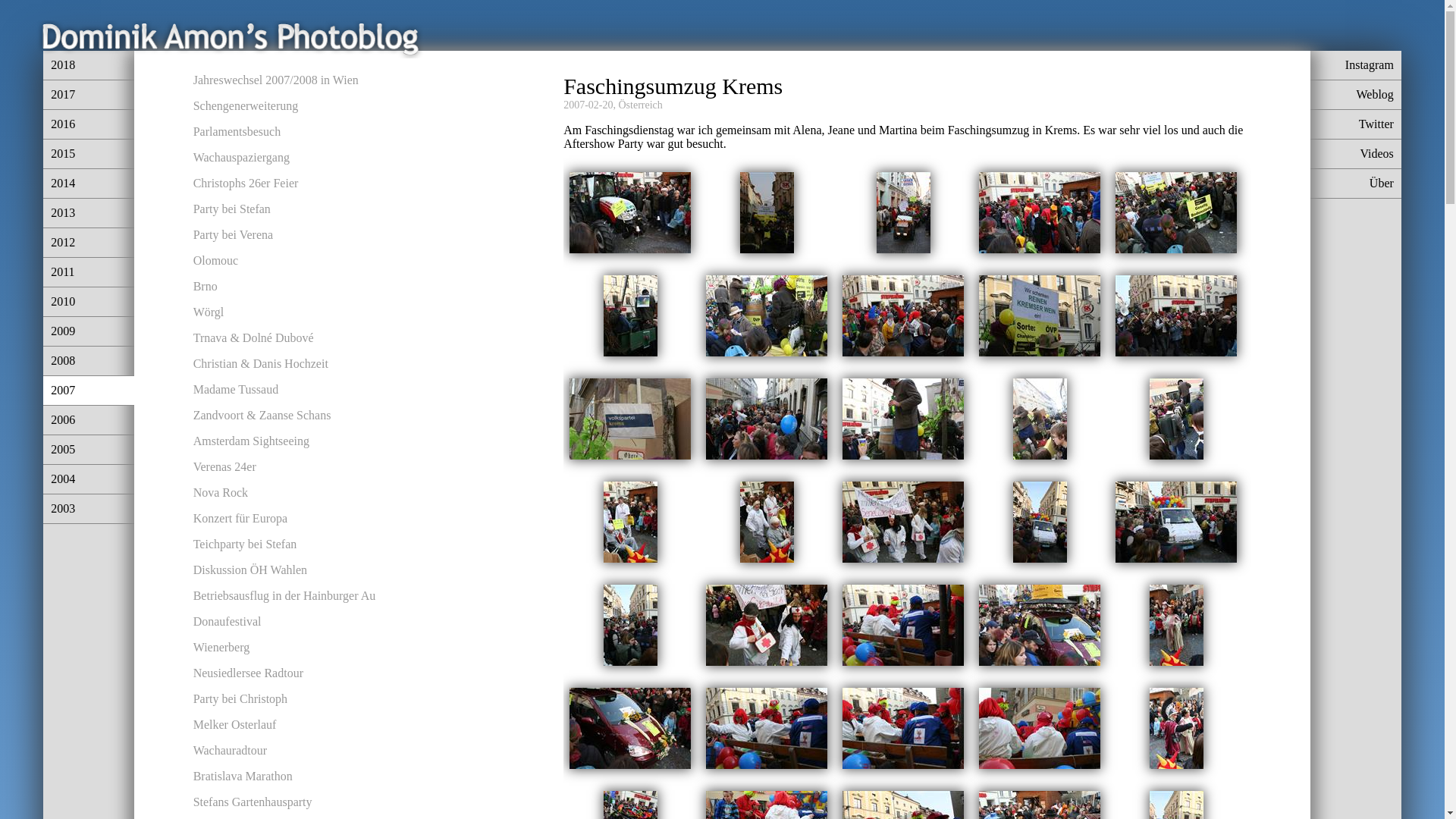 This screenshot has width=1456, height=819. What do you see at coordinates (221, 647) in the screenshot?
I see `'Wienerberg'` at bounding box center [221, 647].